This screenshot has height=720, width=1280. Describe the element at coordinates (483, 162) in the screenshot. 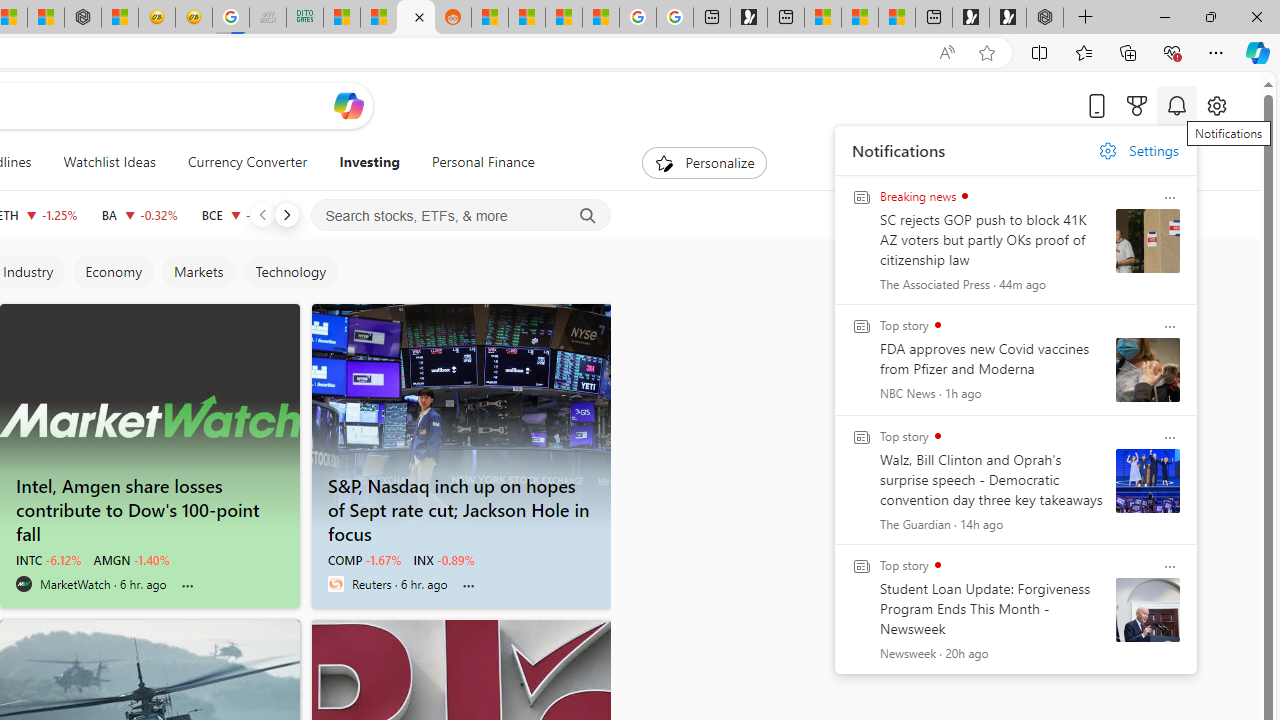

I see `'Personal Finance'` at that location.